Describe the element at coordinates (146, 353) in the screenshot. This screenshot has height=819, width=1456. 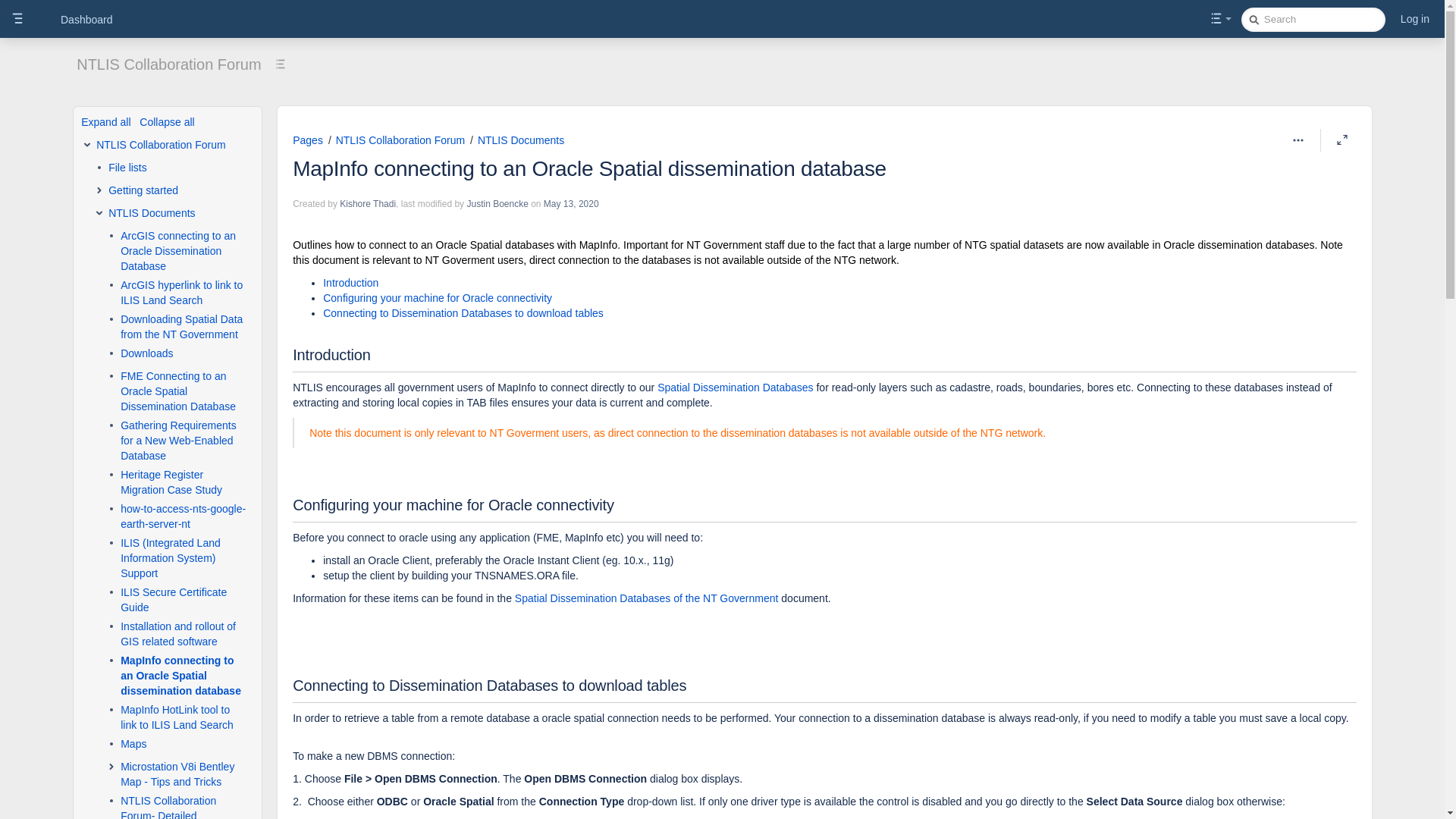
I see `'Downloads'` at that location.